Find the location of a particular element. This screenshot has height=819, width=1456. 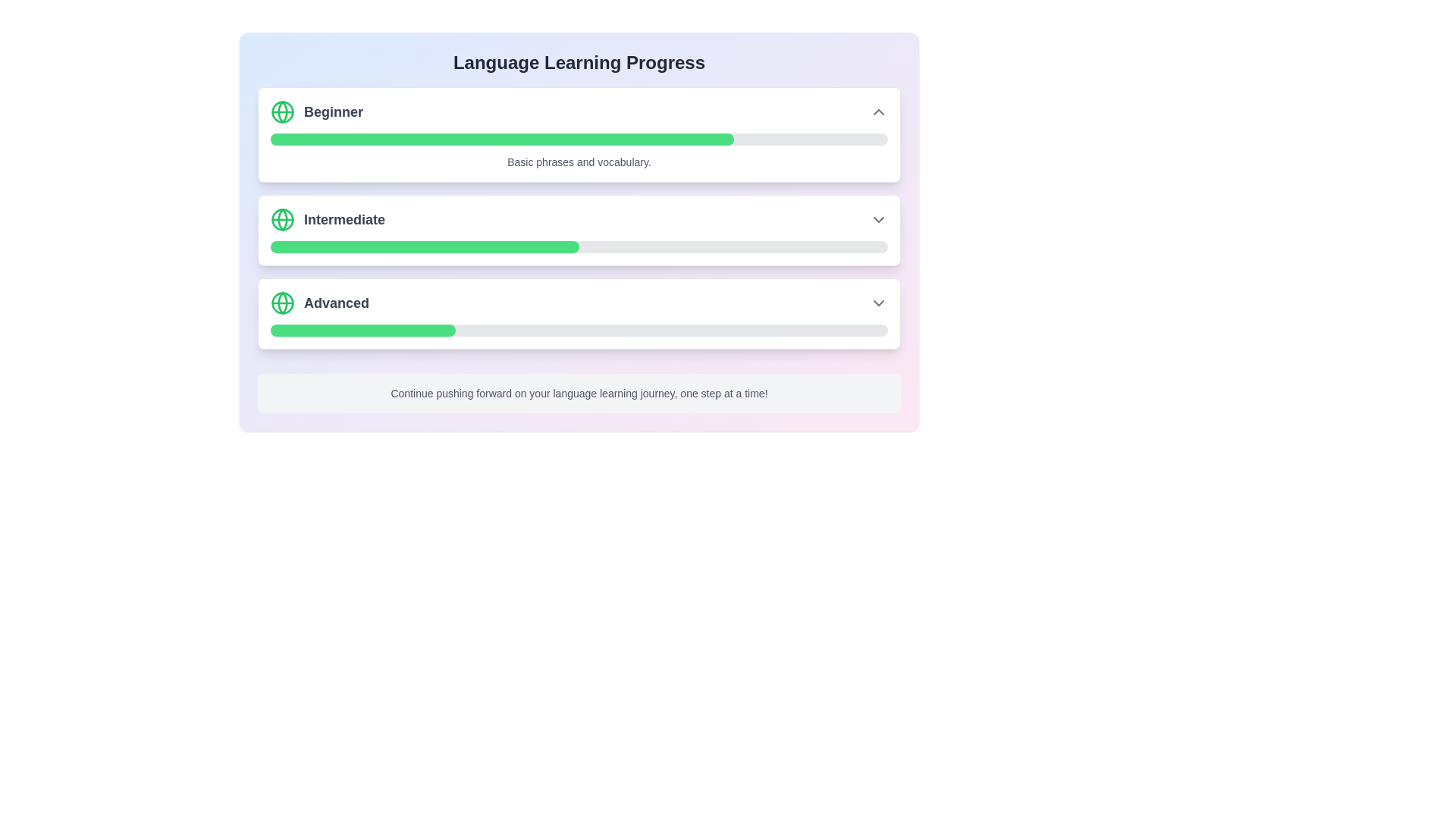

the circular part of the globe icon that visually represents planetary aspects, located to the left of the 'Advanced' label is located at coordinates (283, 303).